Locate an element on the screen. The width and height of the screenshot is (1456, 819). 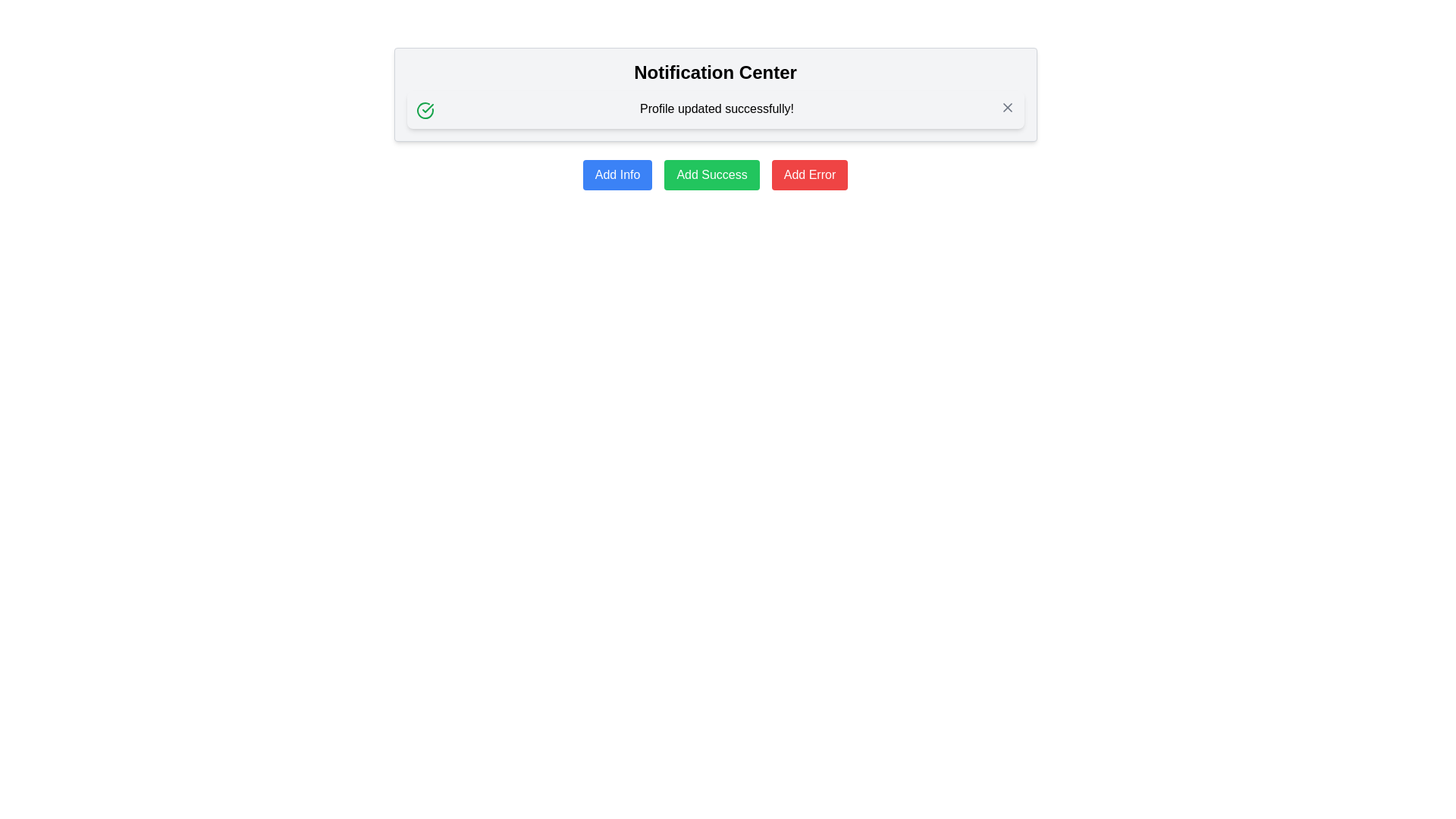
the circular icon with a green border and a green checkmark, which indicates success or confirmation is located at coordinates (425, 110).